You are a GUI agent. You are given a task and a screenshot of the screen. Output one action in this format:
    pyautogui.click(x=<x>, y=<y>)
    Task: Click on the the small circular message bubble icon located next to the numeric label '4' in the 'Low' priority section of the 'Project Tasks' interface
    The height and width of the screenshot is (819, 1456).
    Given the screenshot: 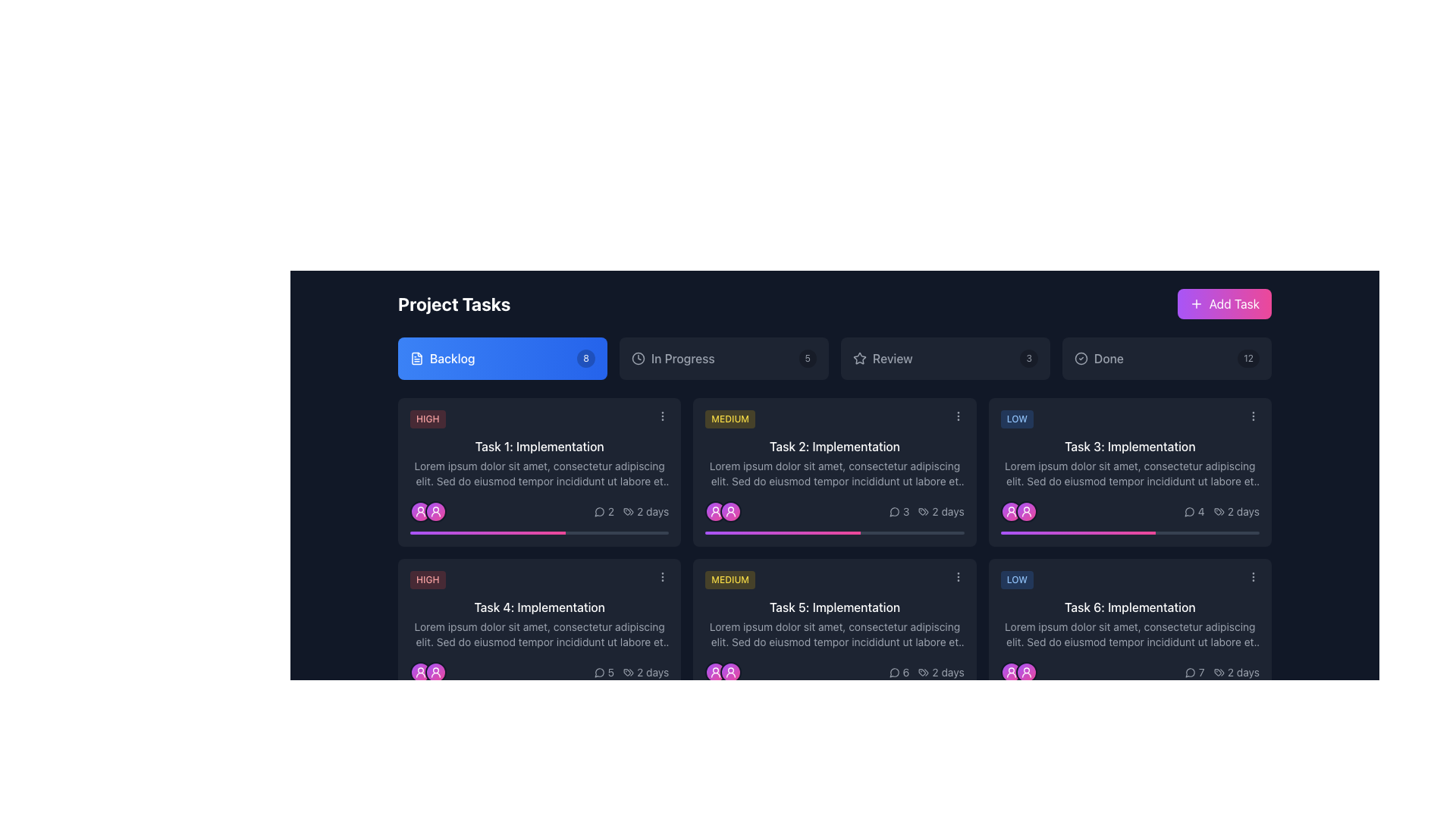 What is the action you would take?
    pyautogui.click(x=1188, y=512)
    